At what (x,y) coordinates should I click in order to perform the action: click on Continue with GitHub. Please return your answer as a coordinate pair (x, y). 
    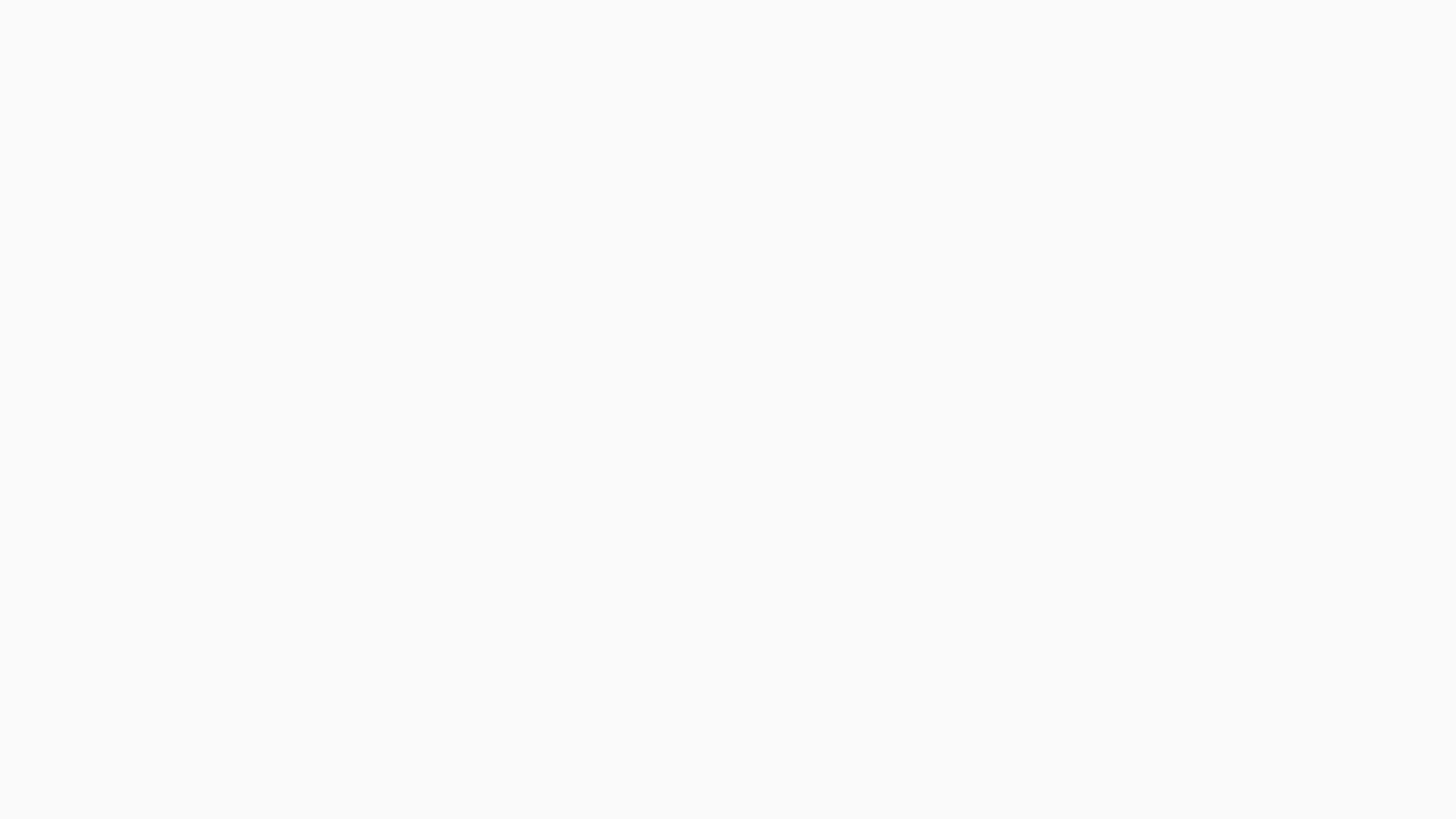
    Looking at the image, I should click on (234, 528).